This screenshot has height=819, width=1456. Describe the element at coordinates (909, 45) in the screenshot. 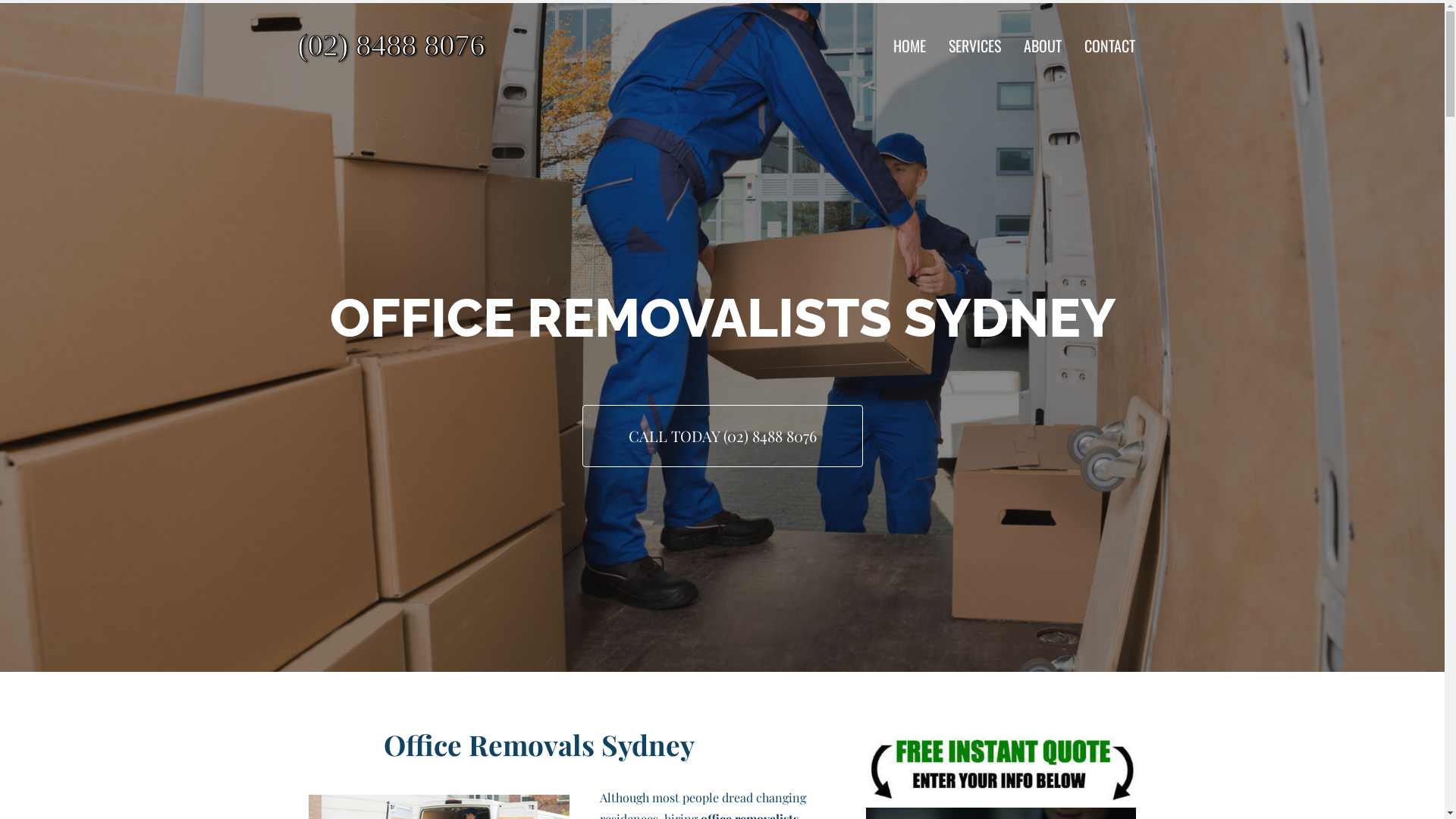

I see `'HOME'` at that location.